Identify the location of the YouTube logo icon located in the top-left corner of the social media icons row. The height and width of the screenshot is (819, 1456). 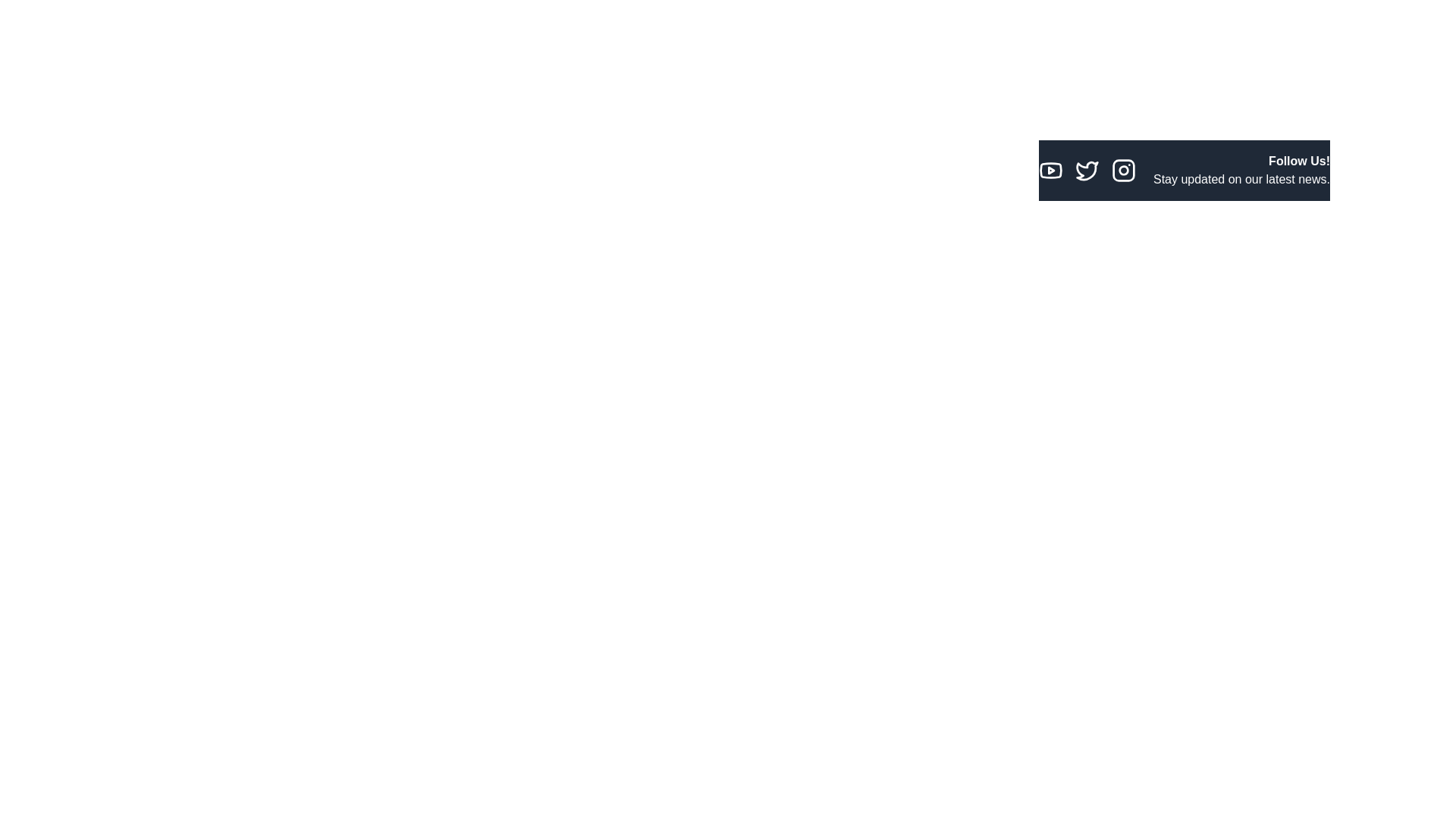
(1050, 170).